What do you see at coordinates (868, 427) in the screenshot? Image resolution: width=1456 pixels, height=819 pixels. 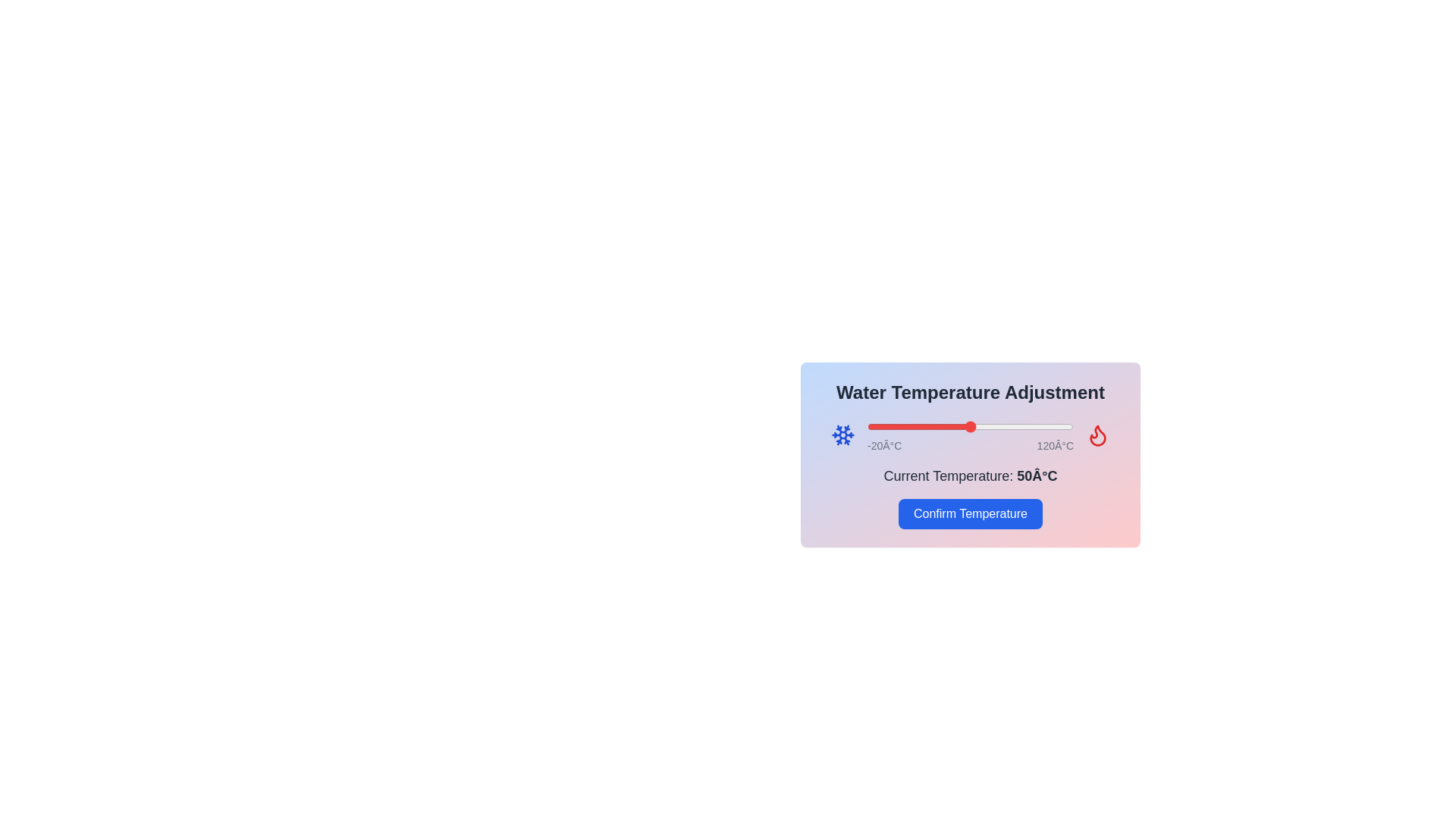 I see `the temperature slider to -19°C` at bounding box center [868, 427].